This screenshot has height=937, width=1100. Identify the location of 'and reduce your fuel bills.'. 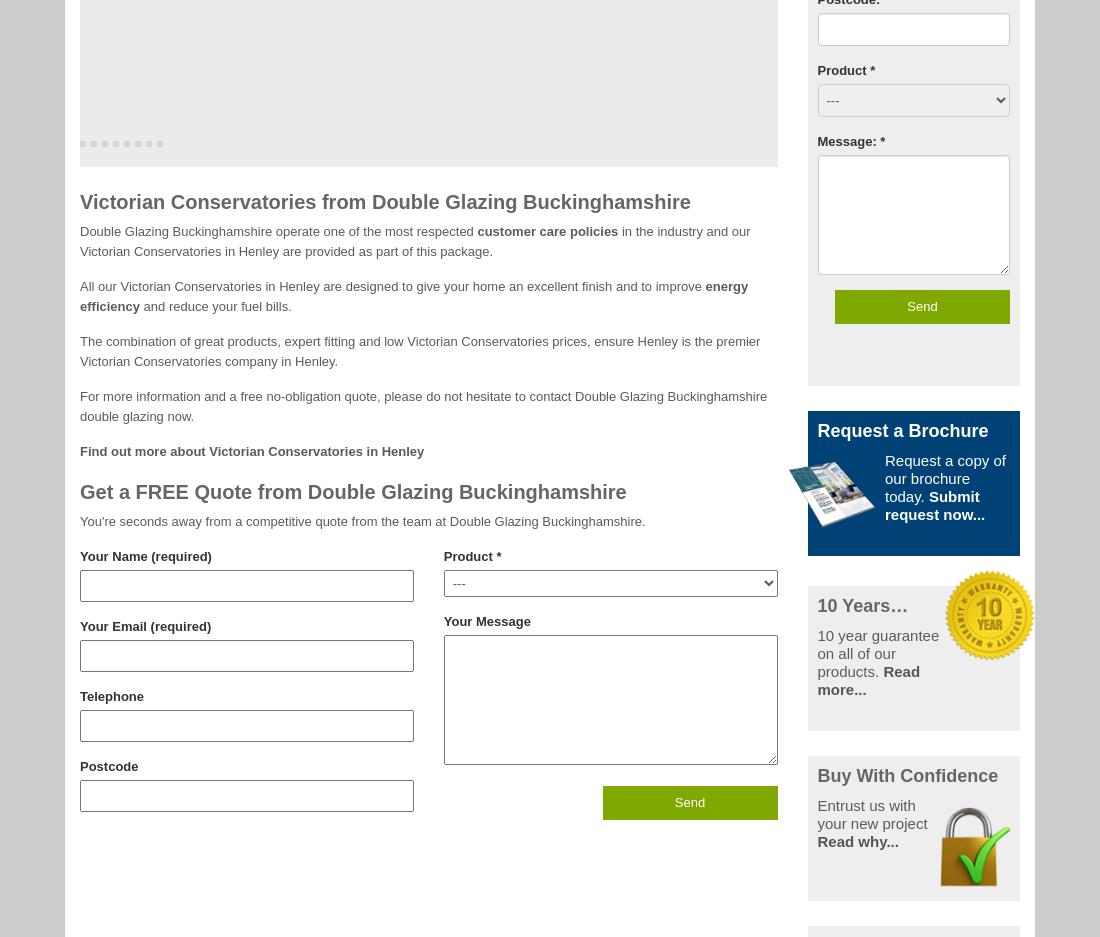
(215, 304).